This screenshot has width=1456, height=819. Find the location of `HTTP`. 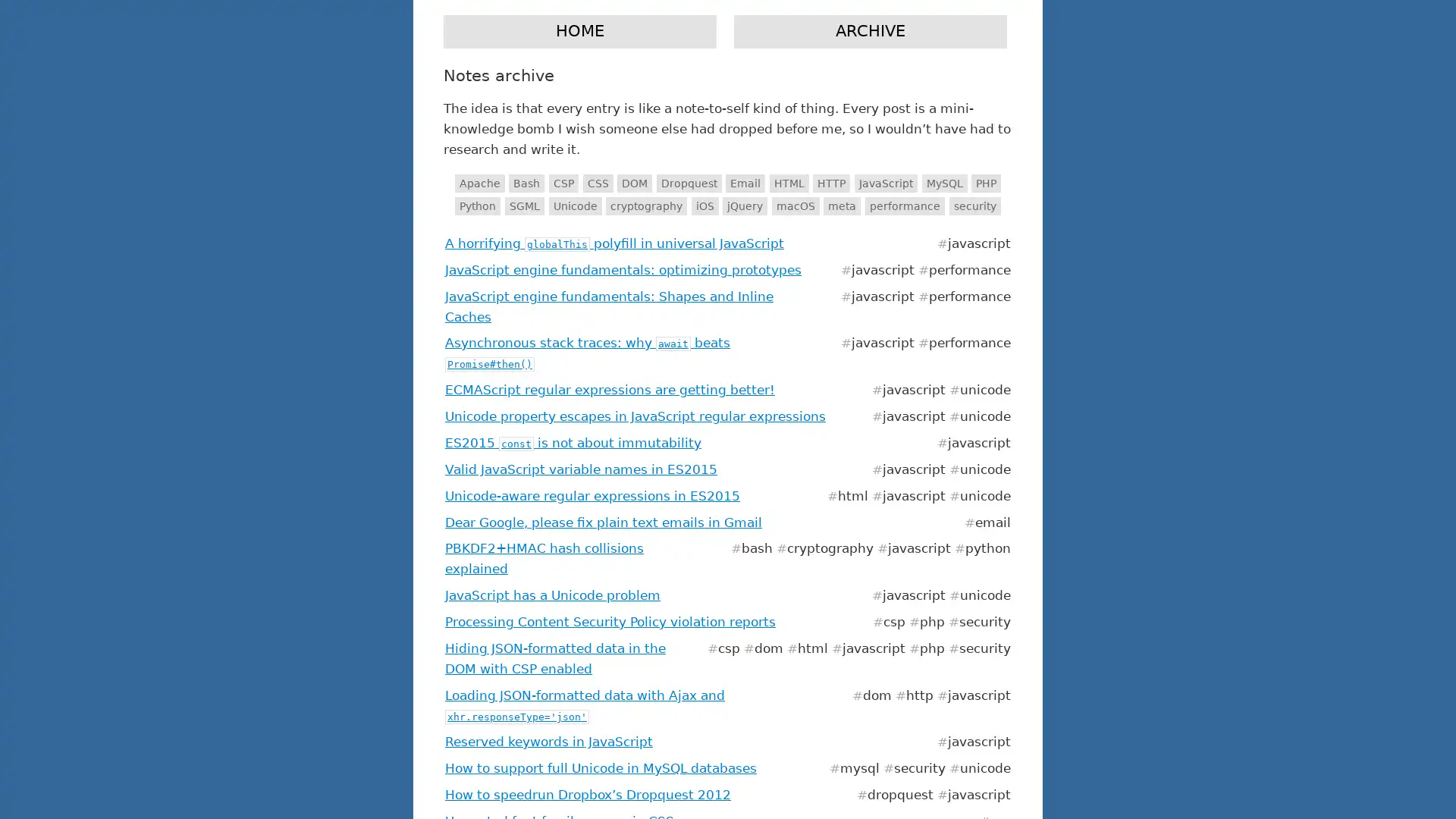

HTTP is located at coordinates (830, 183).